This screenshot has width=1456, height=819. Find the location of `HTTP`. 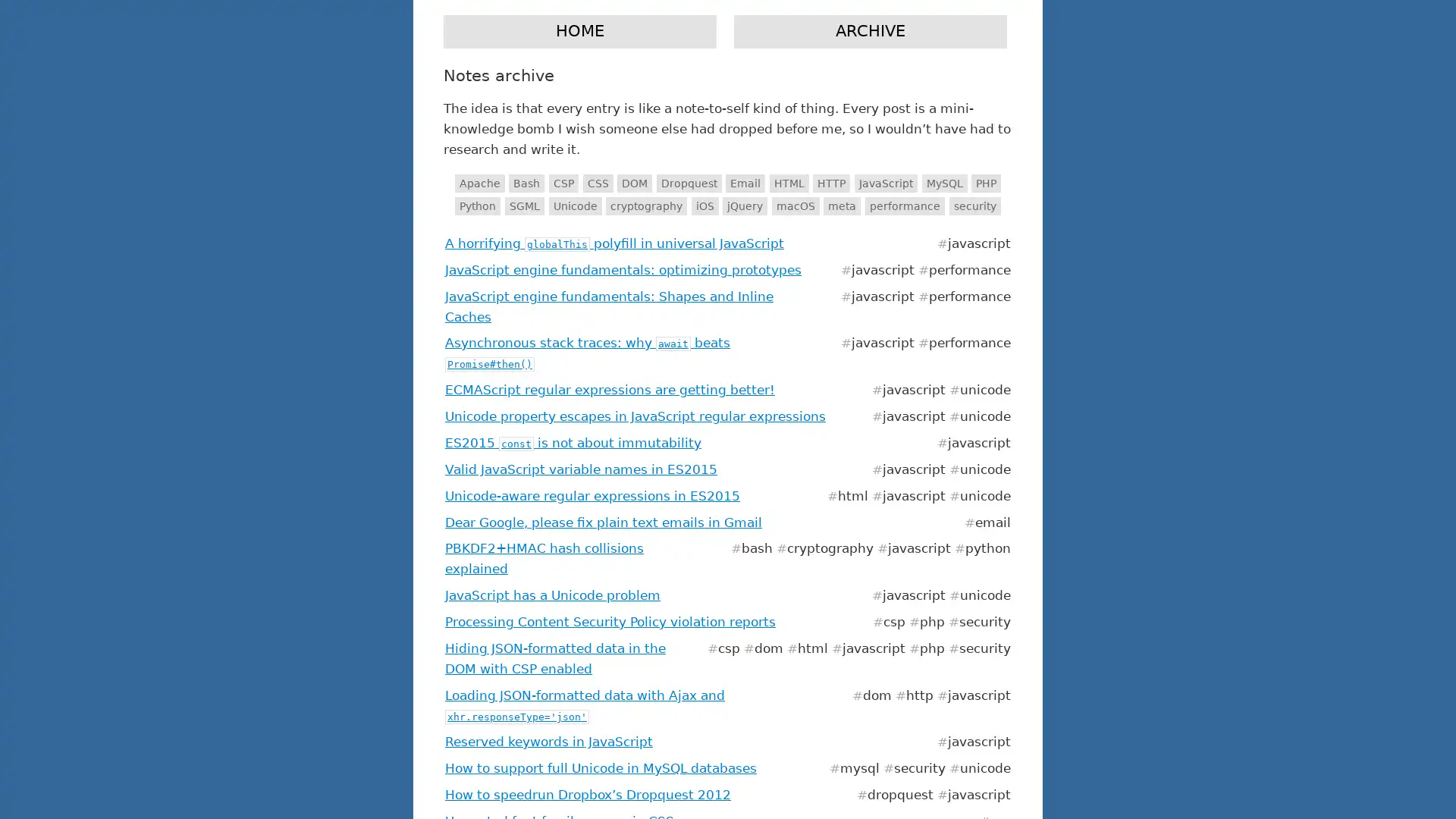

HTTP is located at coordinates (830, 183).